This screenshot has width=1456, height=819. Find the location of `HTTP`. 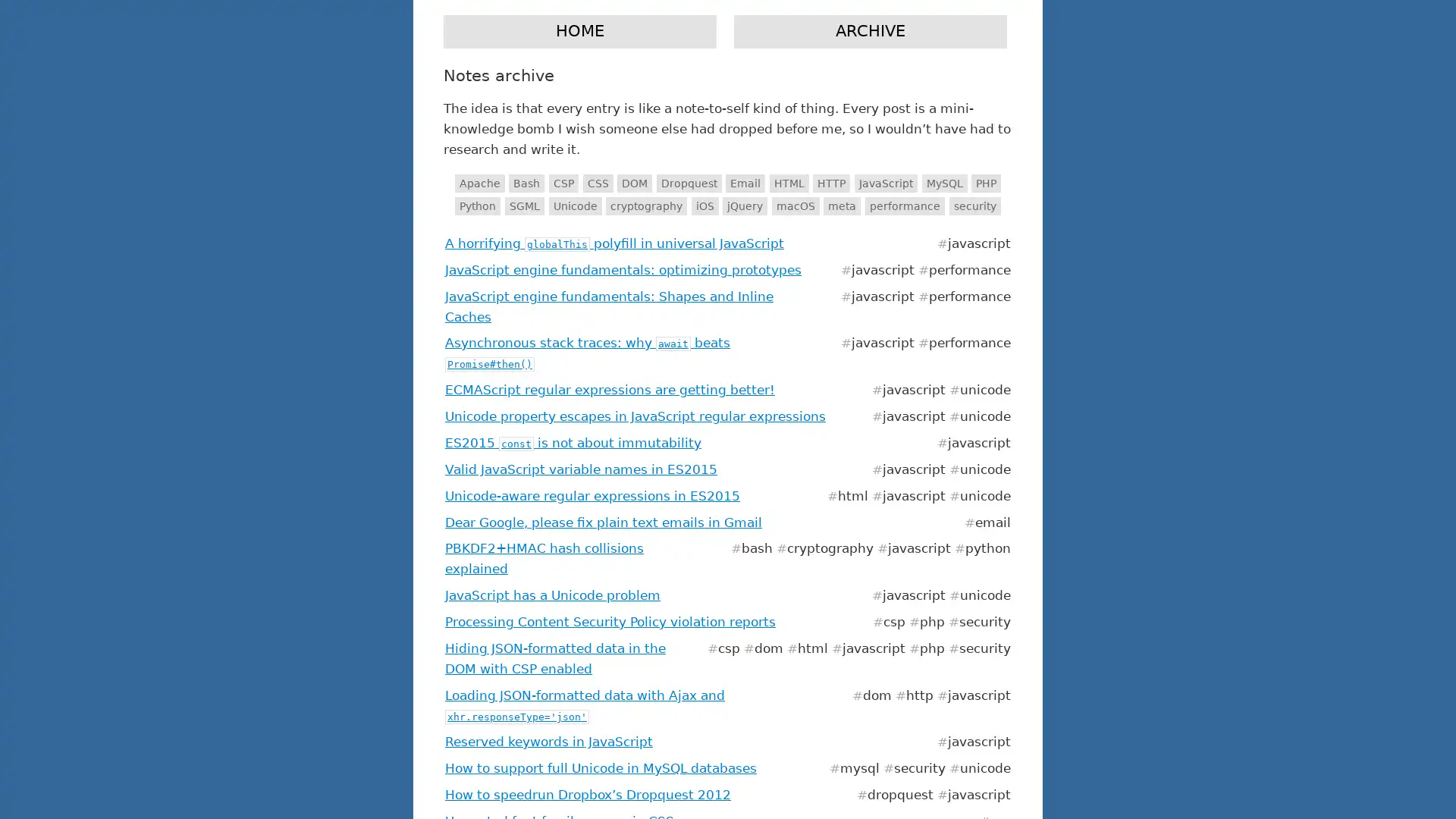

HTTP is located at coordinates (830, 183).